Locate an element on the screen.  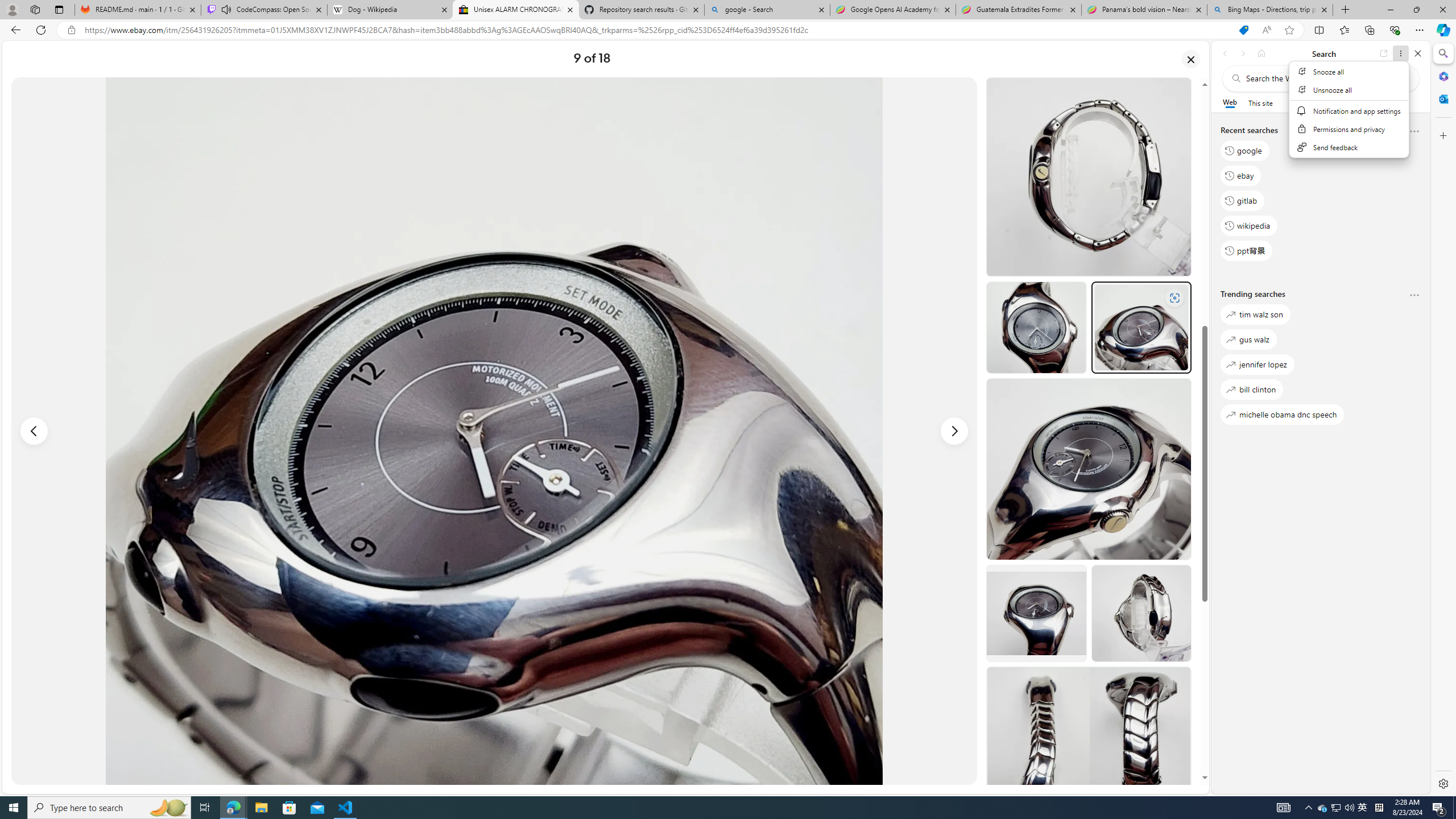
'Google Opens AI Academy for Startups - Nearshore Americas' is located at coordinates (892, 9).